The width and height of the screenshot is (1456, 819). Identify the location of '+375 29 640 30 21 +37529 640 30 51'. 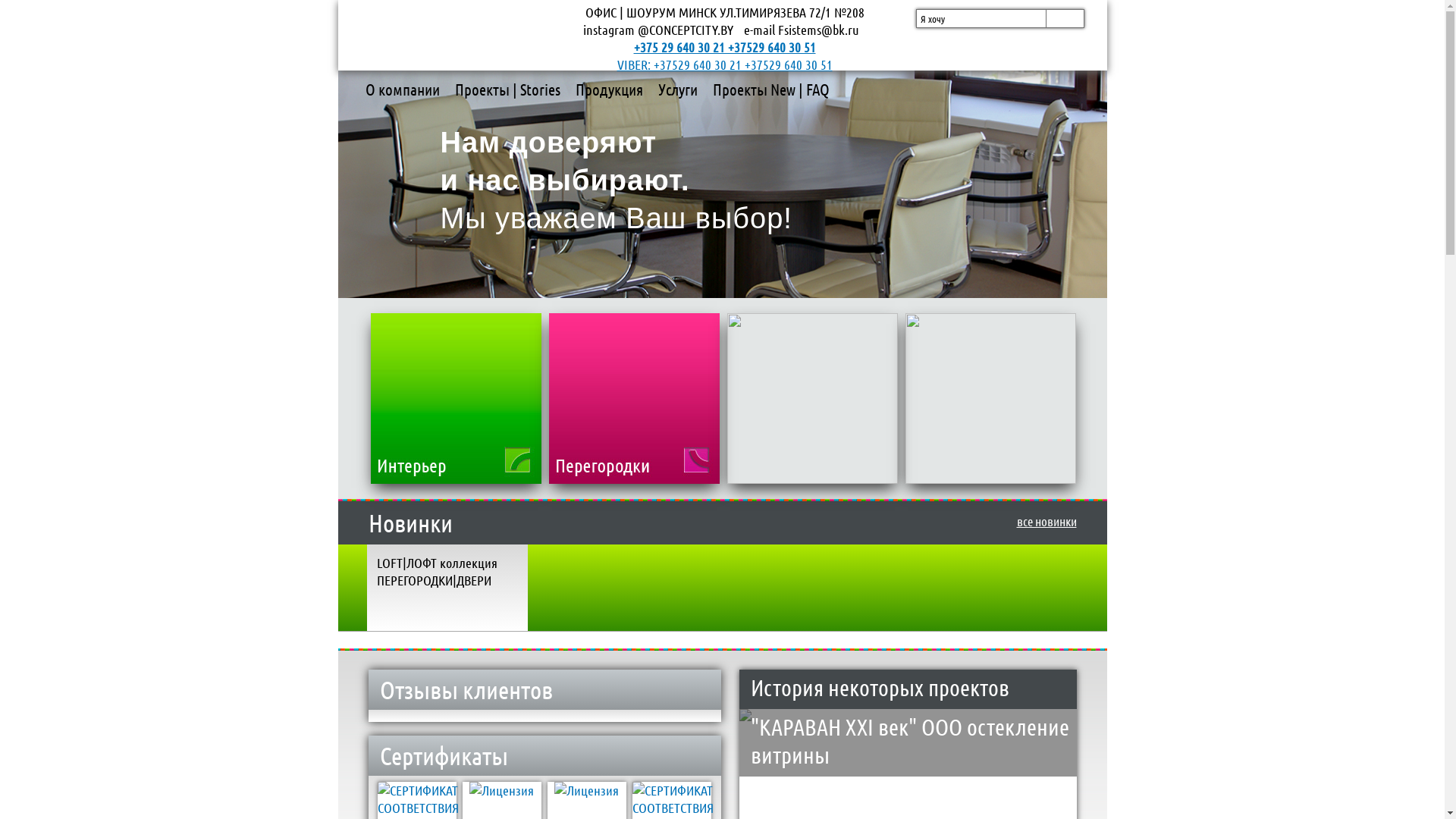
(633, 45).